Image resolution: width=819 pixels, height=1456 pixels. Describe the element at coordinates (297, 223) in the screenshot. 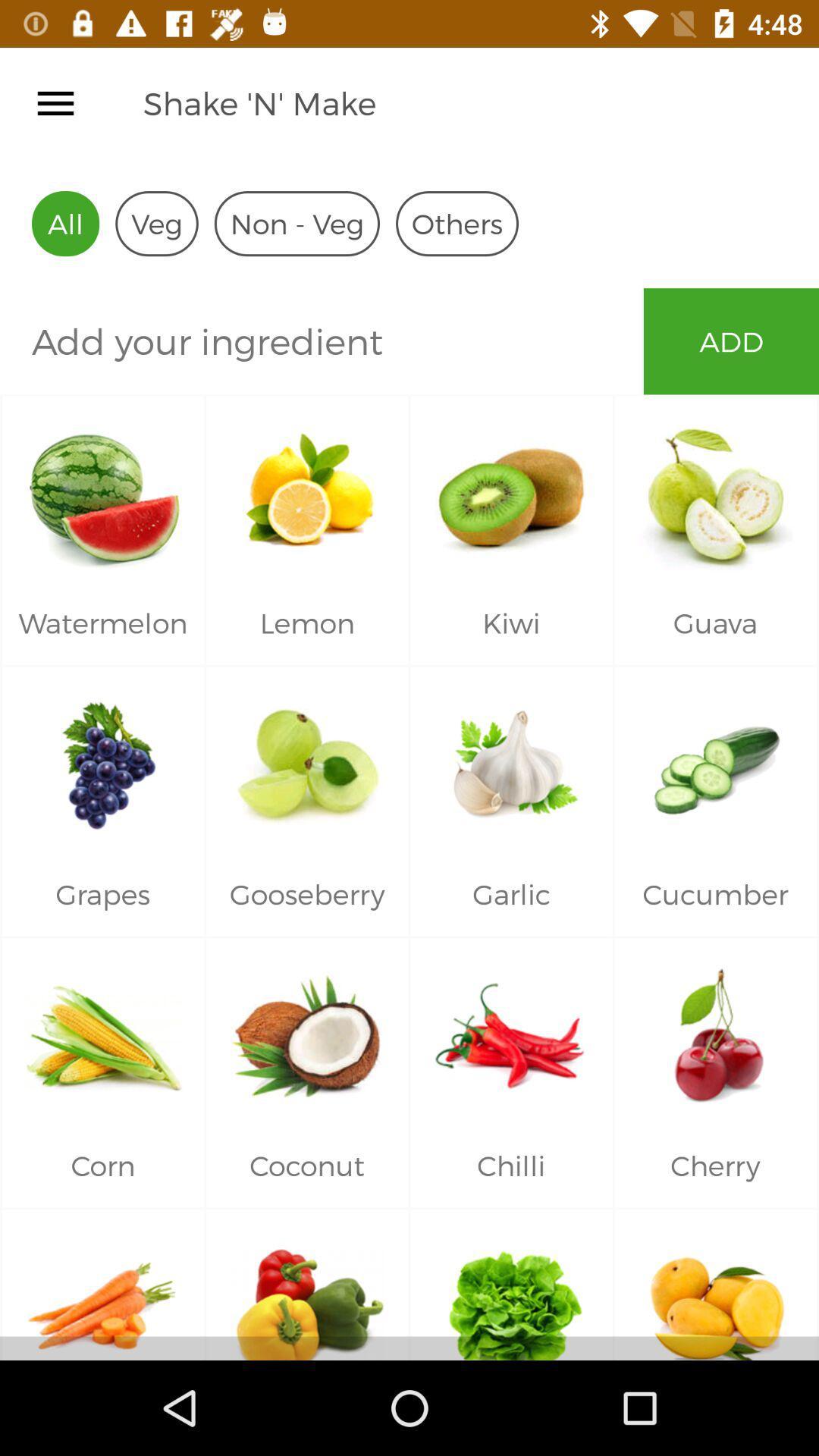

I see `the icon to the left of the others` at that location.